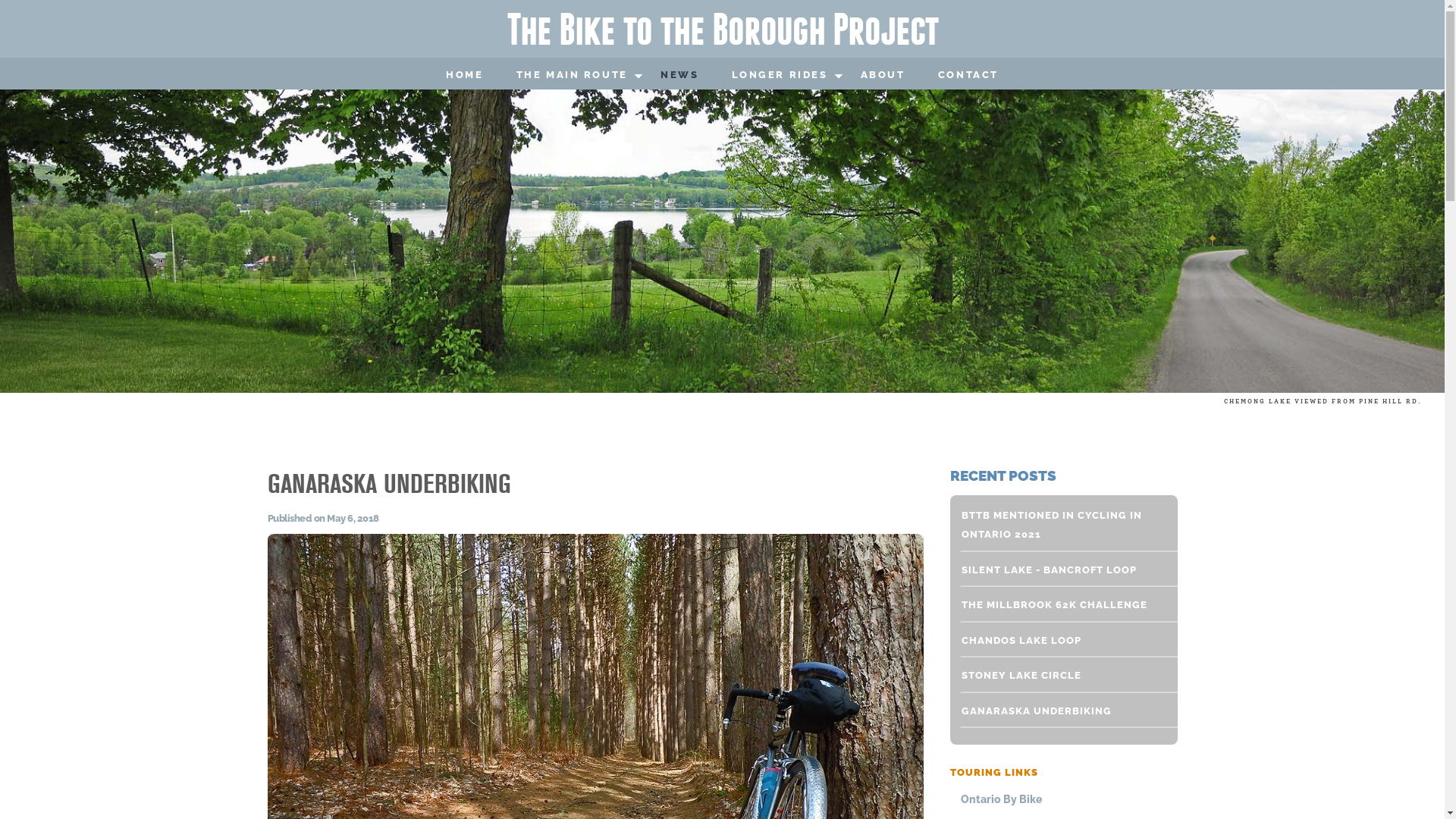 The width and height of the screenshot is (1456, 819). Describe the element at coordinates (1059, 524) in the screenshot. I see `'BTTB MENTIONED IN CYCLING IN ONTARIO 2021'` at that location.